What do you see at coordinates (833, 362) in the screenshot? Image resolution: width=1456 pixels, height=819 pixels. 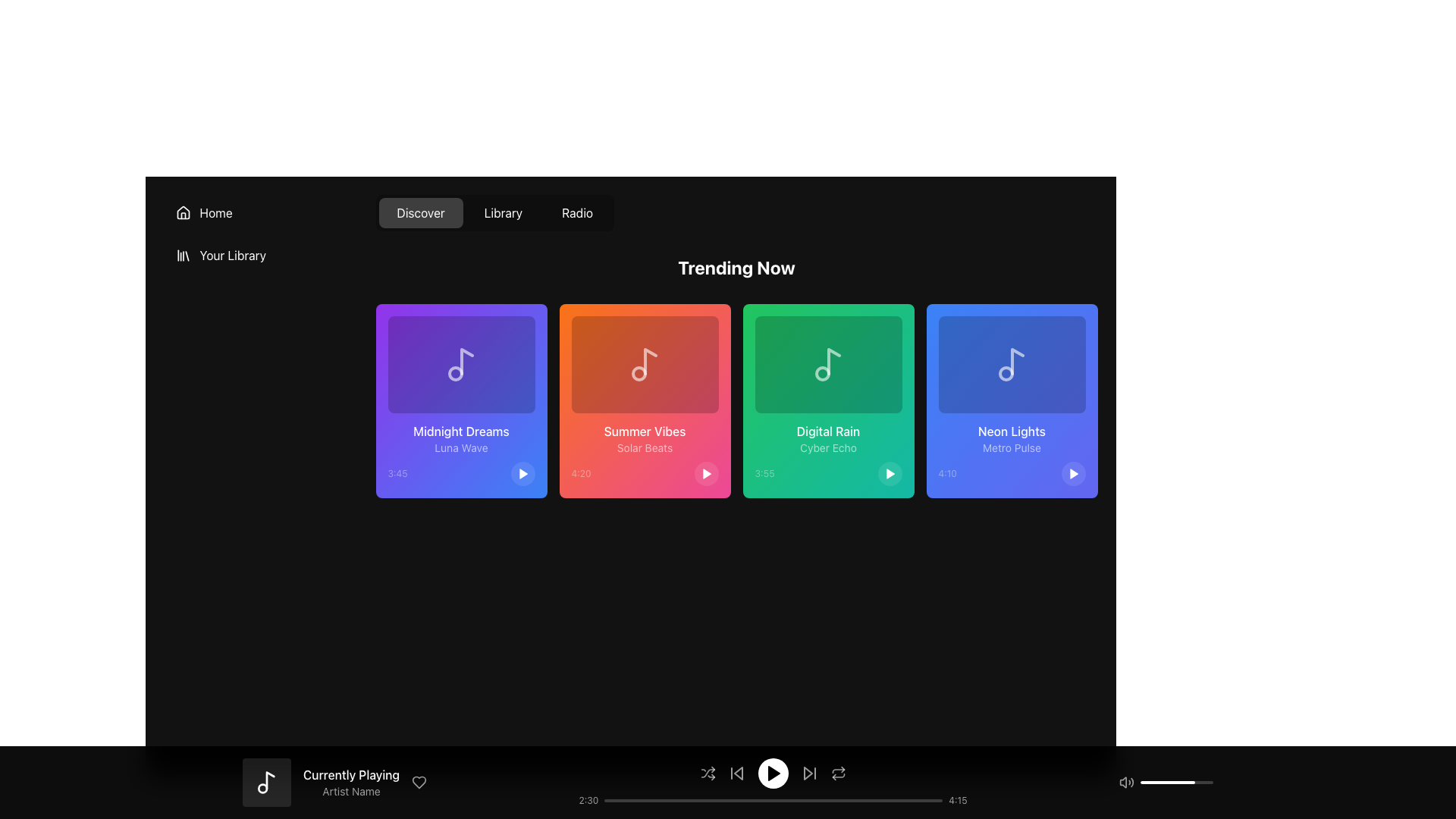 I see `the SVG icon representing the musical theme of the 'Digital Rain' card, located in the upper-right of the main circular element within the third card in the 'Trending Now' section` at bounding box center [833, 362].